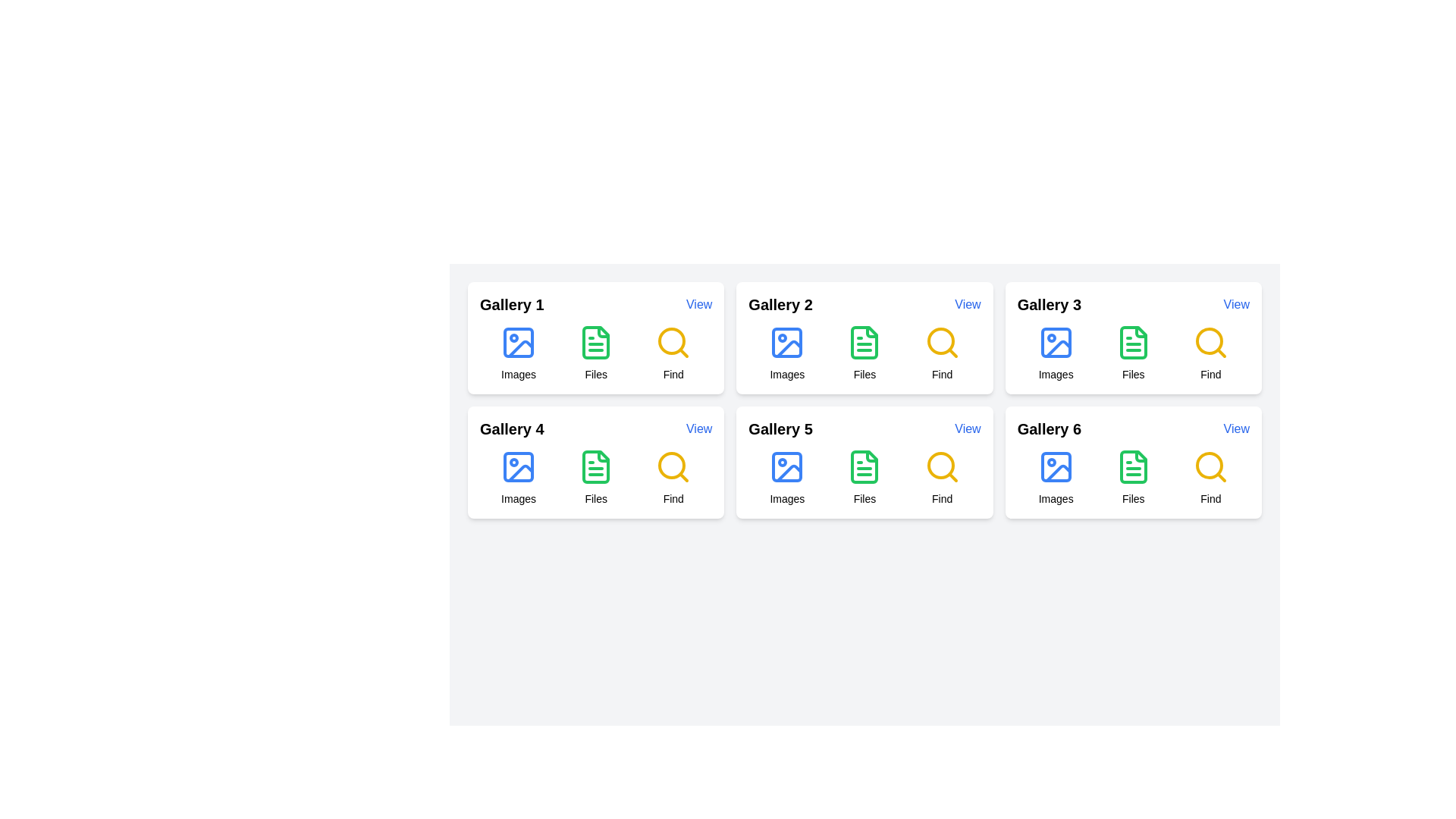 The height and width of the screenshot is (819, 1456). Describe the element at coordinates (671, 341) in the screenshot. I see `the 'Find' icon, which represents the search functionality in the first gallery group` at that location.